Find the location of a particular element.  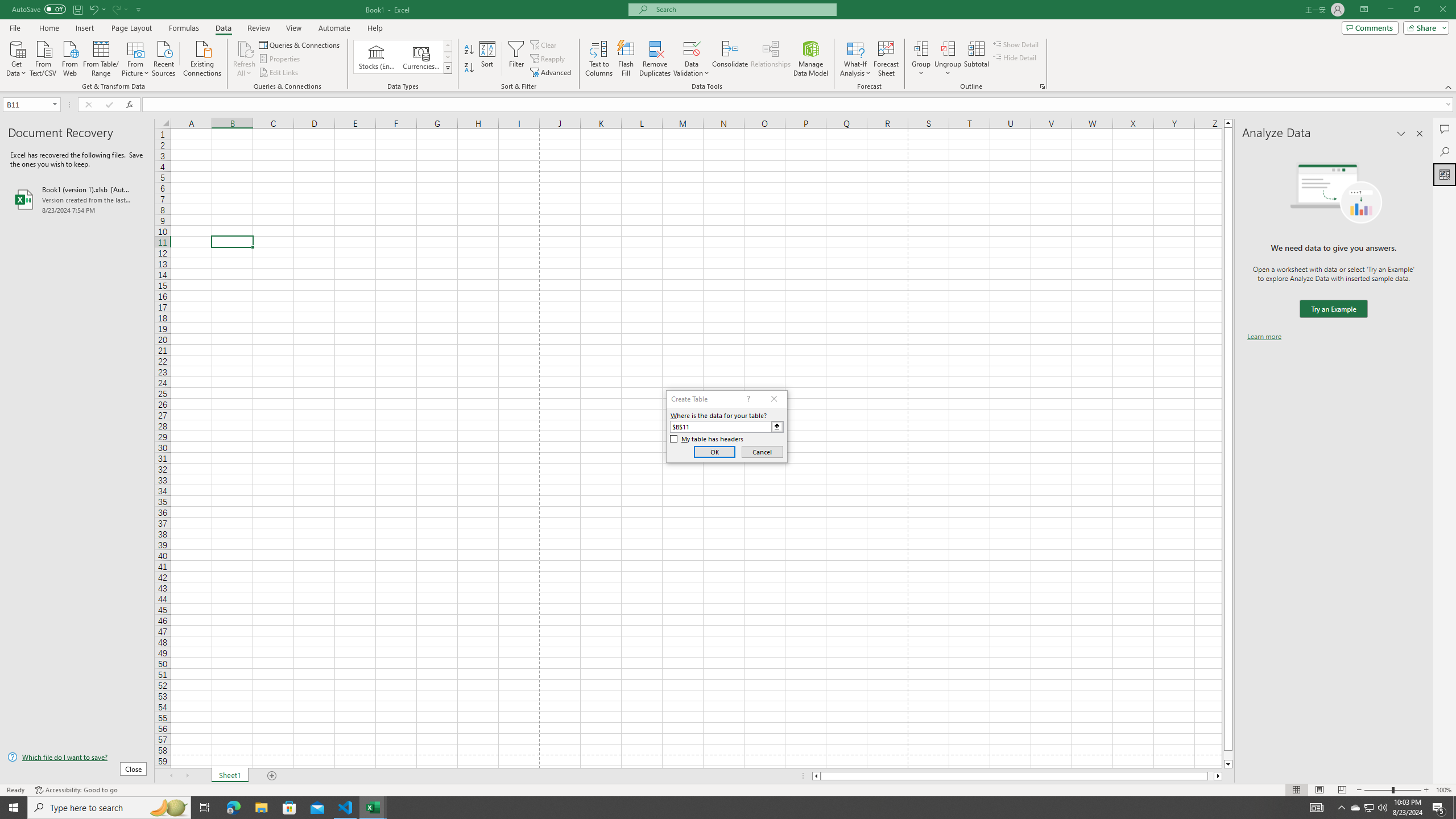

'Zoom Out' is located at coordinates (1378, 790).